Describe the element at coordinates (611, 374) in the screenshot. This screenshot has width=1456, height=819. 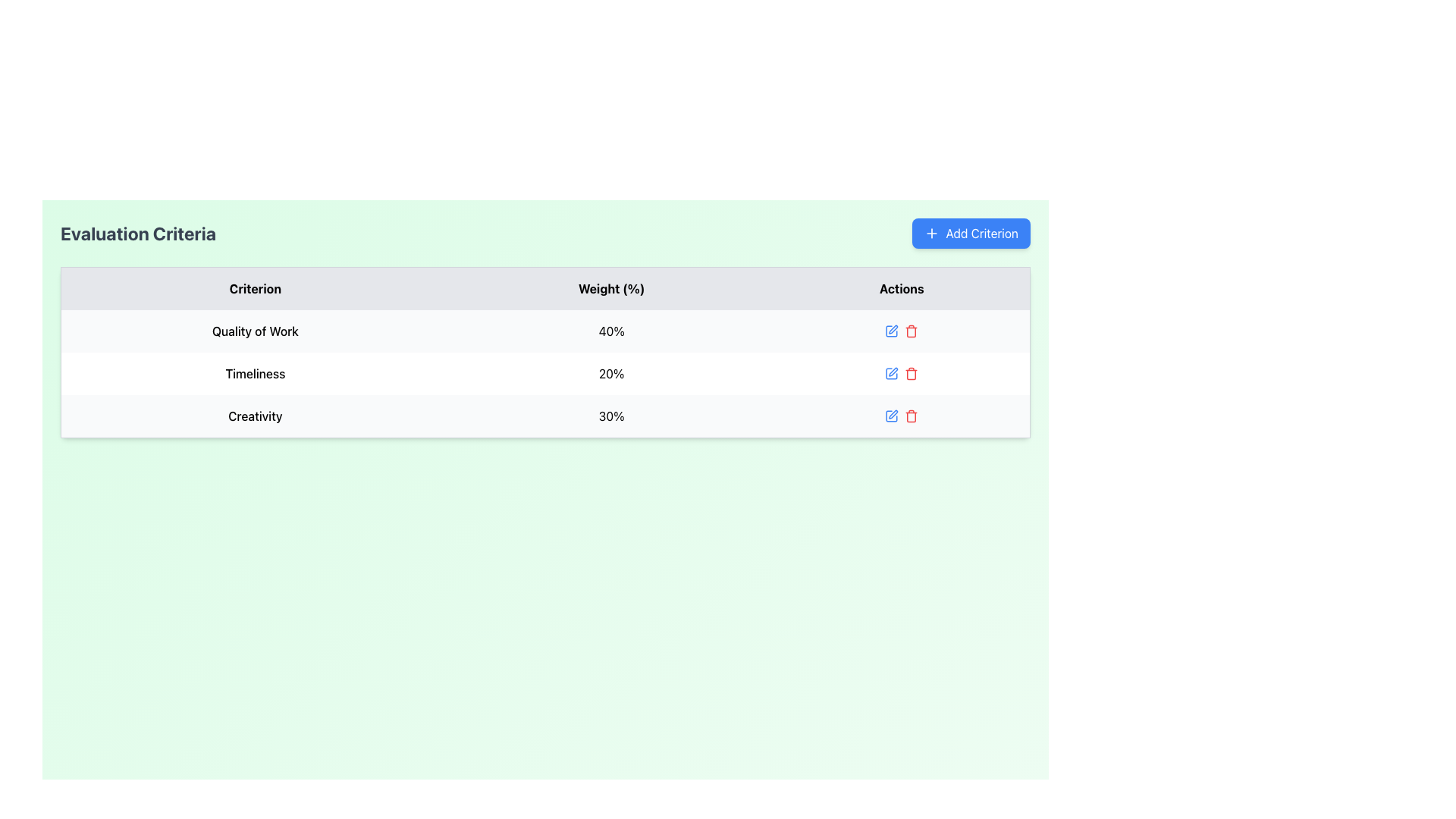
I see `displayed weight percentage for the 'Timeliness' criterion in the second row of the 'Weight (%)' column of the evaluation criteria table` at that location.